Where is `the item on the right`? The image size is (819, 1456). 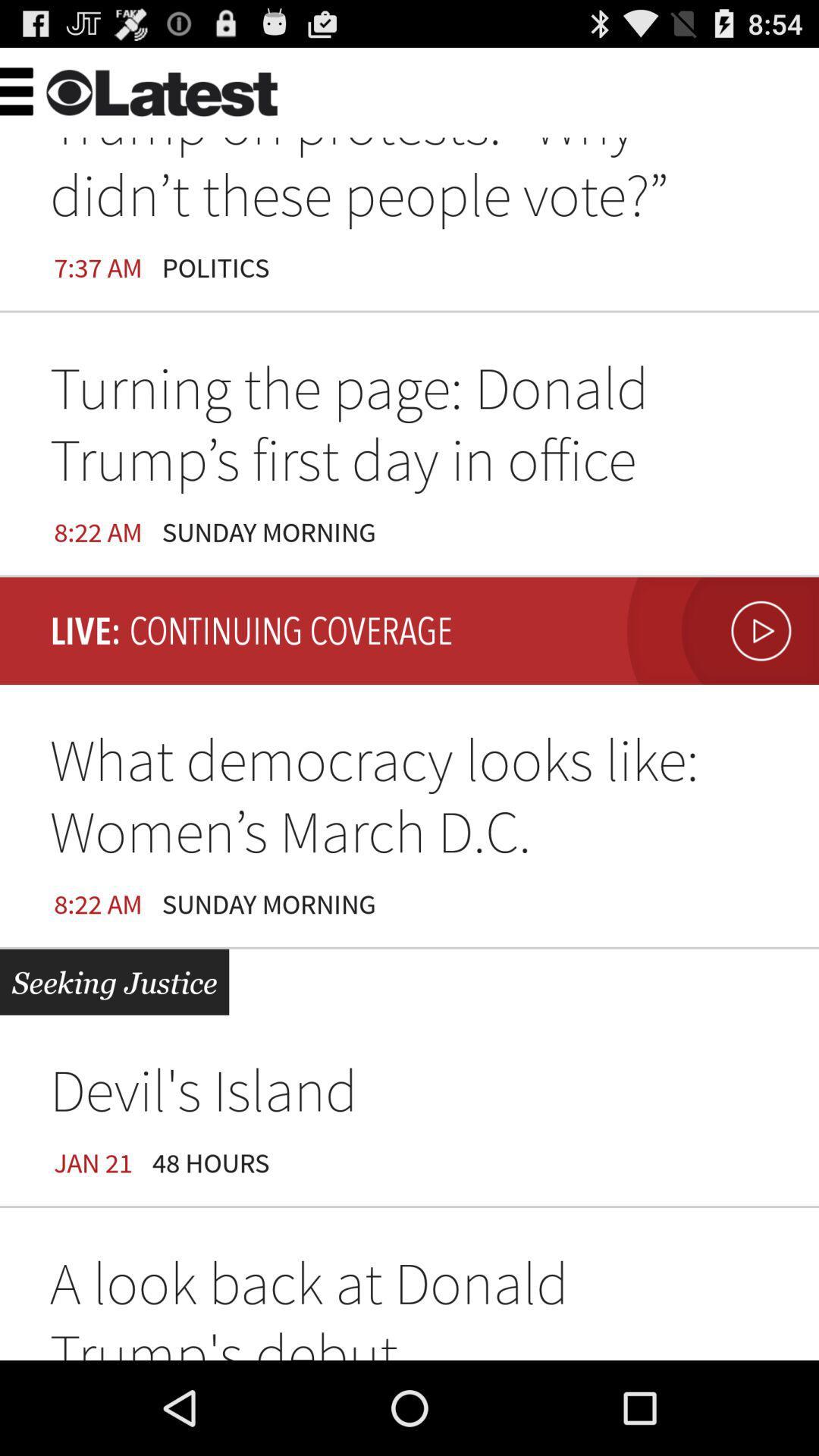
the item on the right is located at coordinates (718, 631).